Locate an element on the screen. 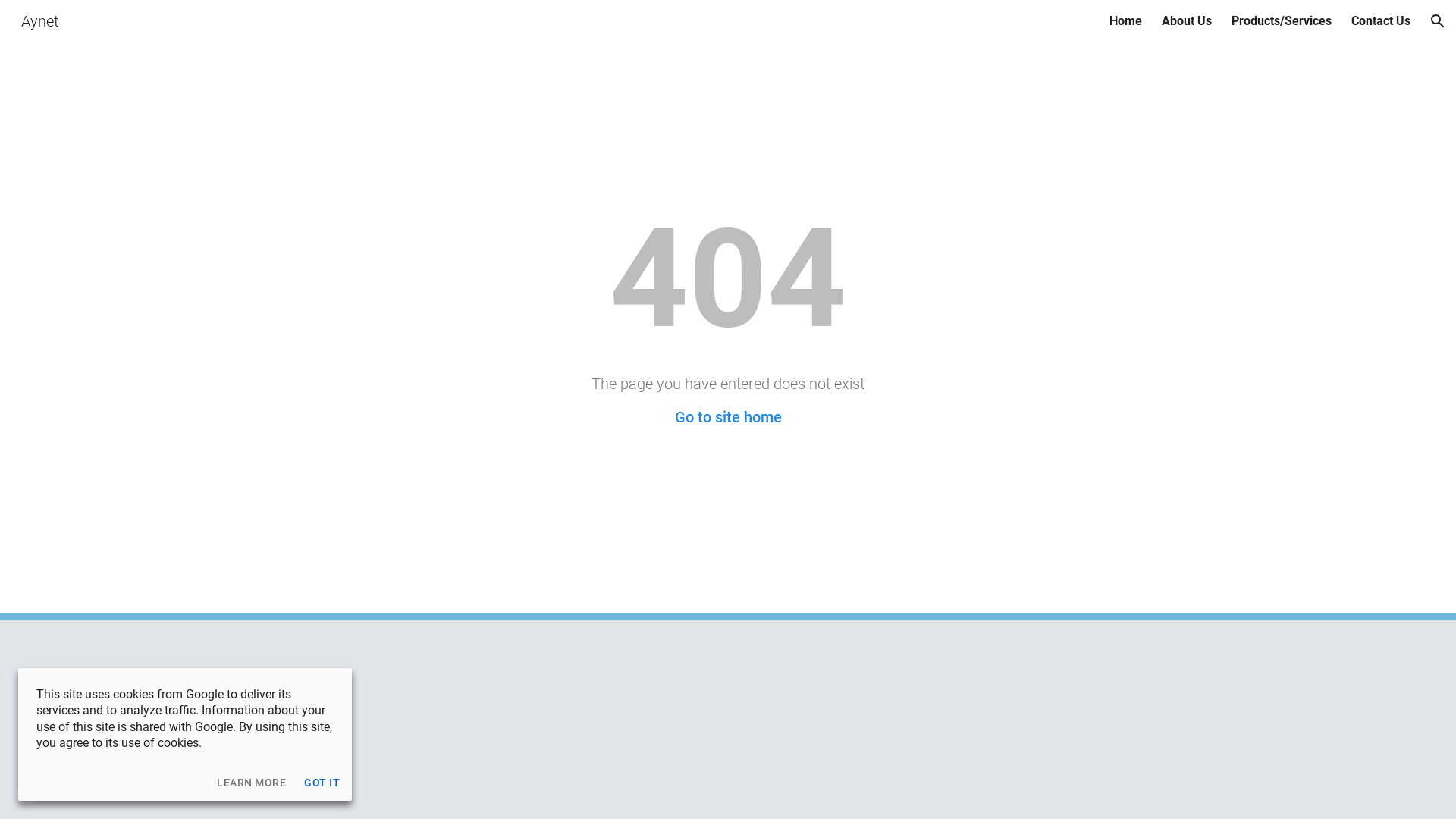 This screenshot has width=1456, height=819. 'About Us' is located at coordinates (1185, 20).